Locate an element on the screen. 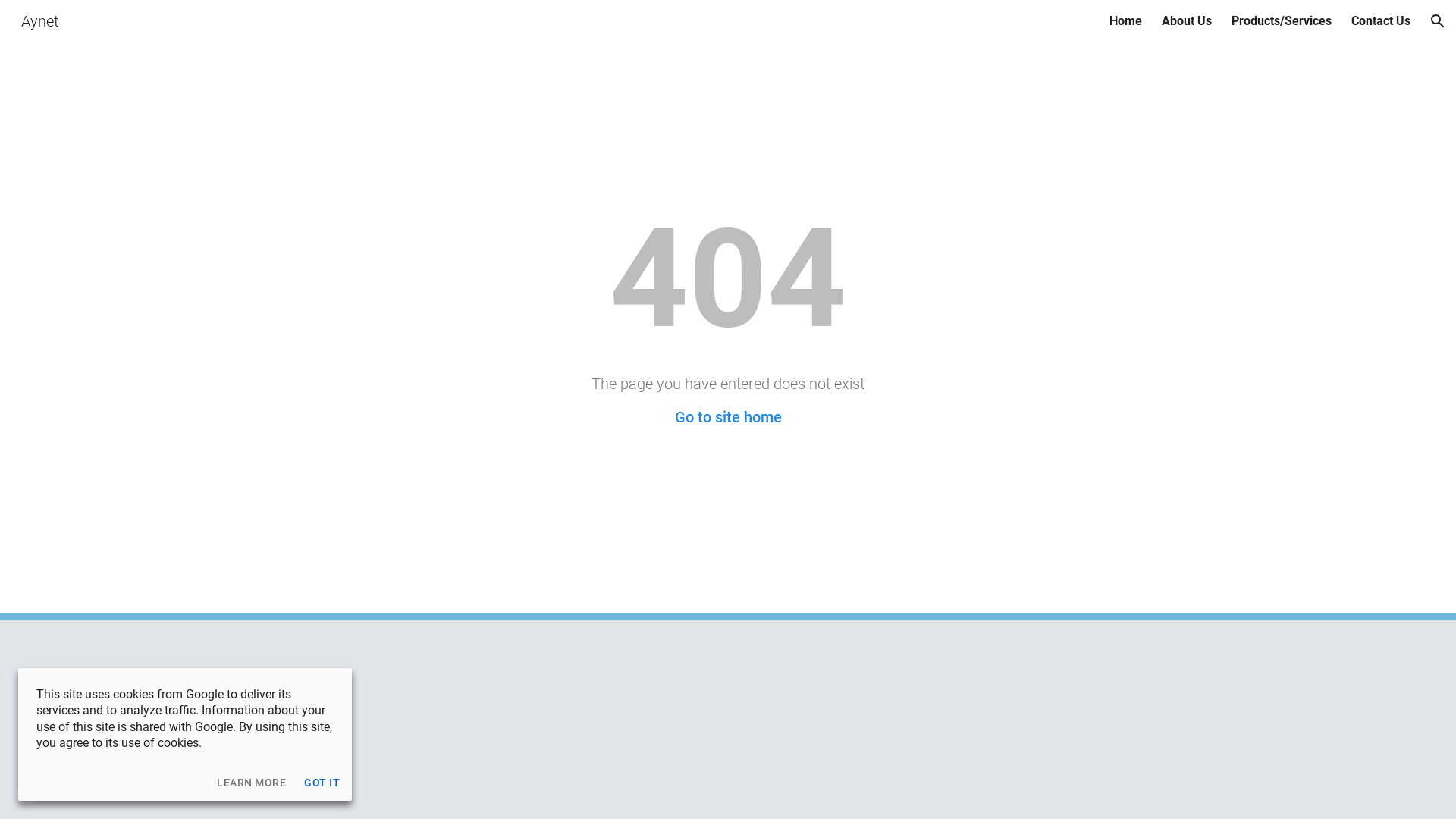 This screenshot has width=1456, height=819. 'About Us' is located at coordinates (1185, 20).